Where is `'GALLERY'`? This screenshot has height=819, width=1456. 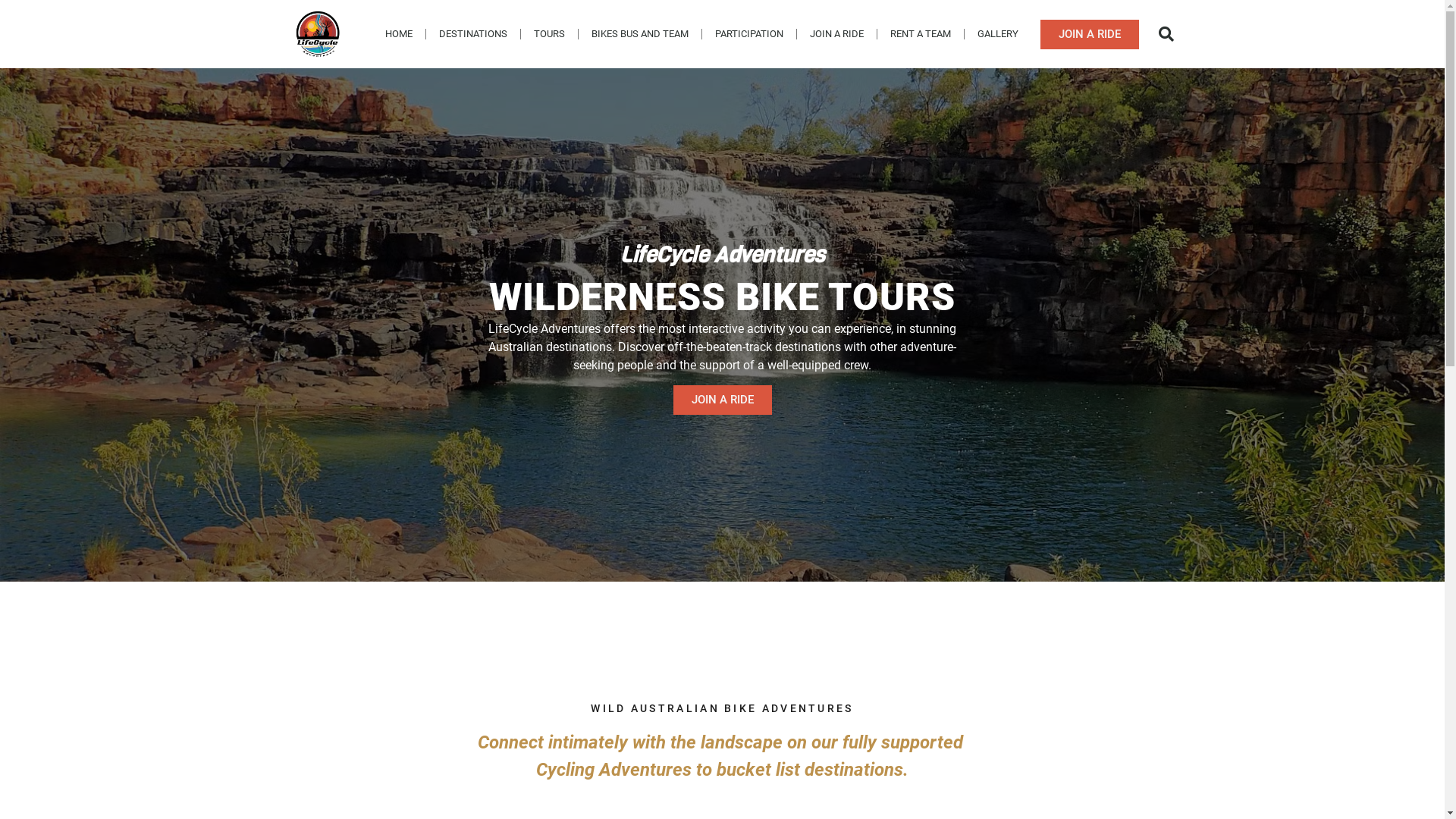 'GALLERY' is located at coordinates (997, 34).